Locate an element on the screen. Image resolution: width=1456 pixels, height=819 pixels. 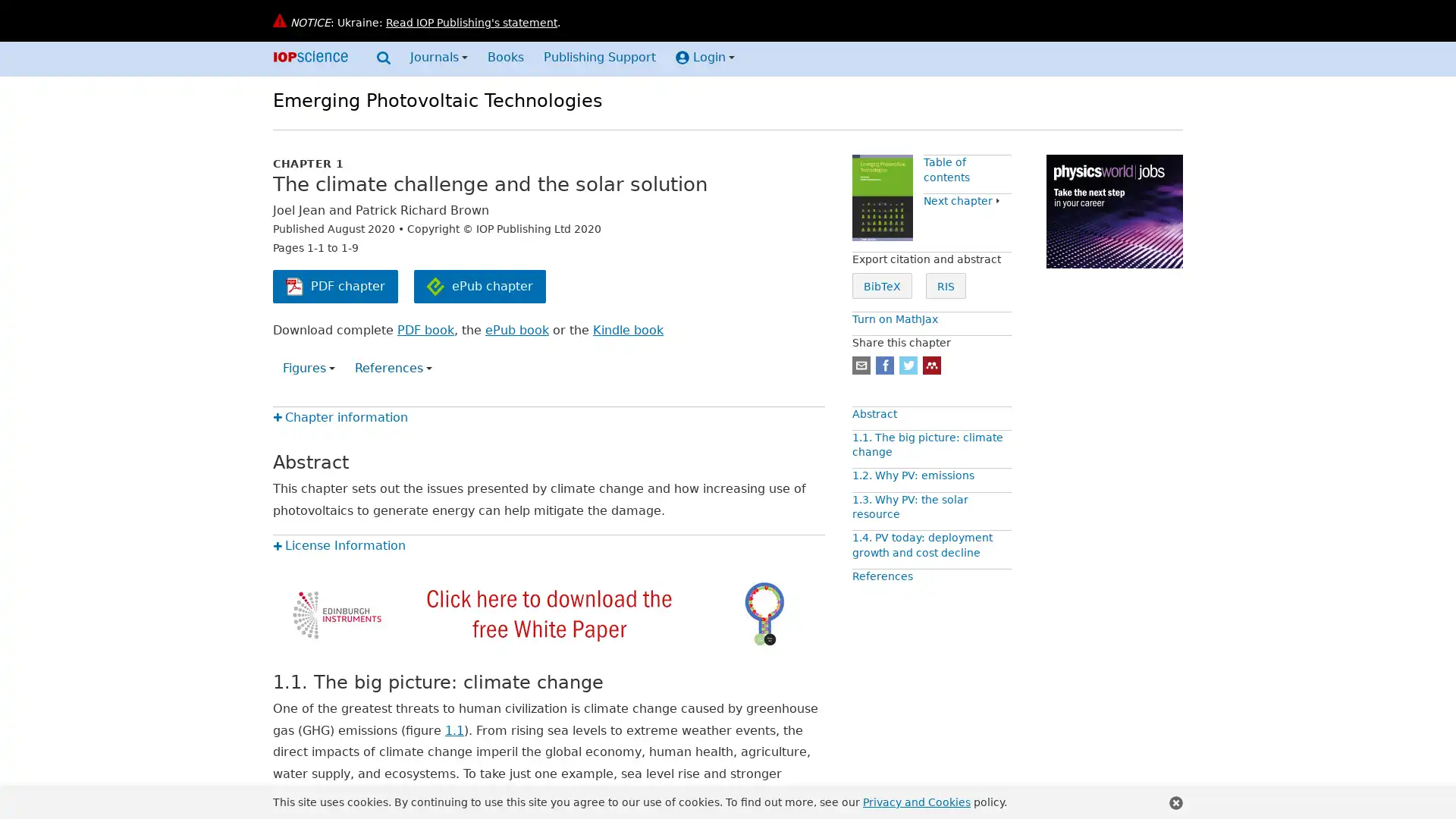
Close this notification is located at coordinates (1175, 802).